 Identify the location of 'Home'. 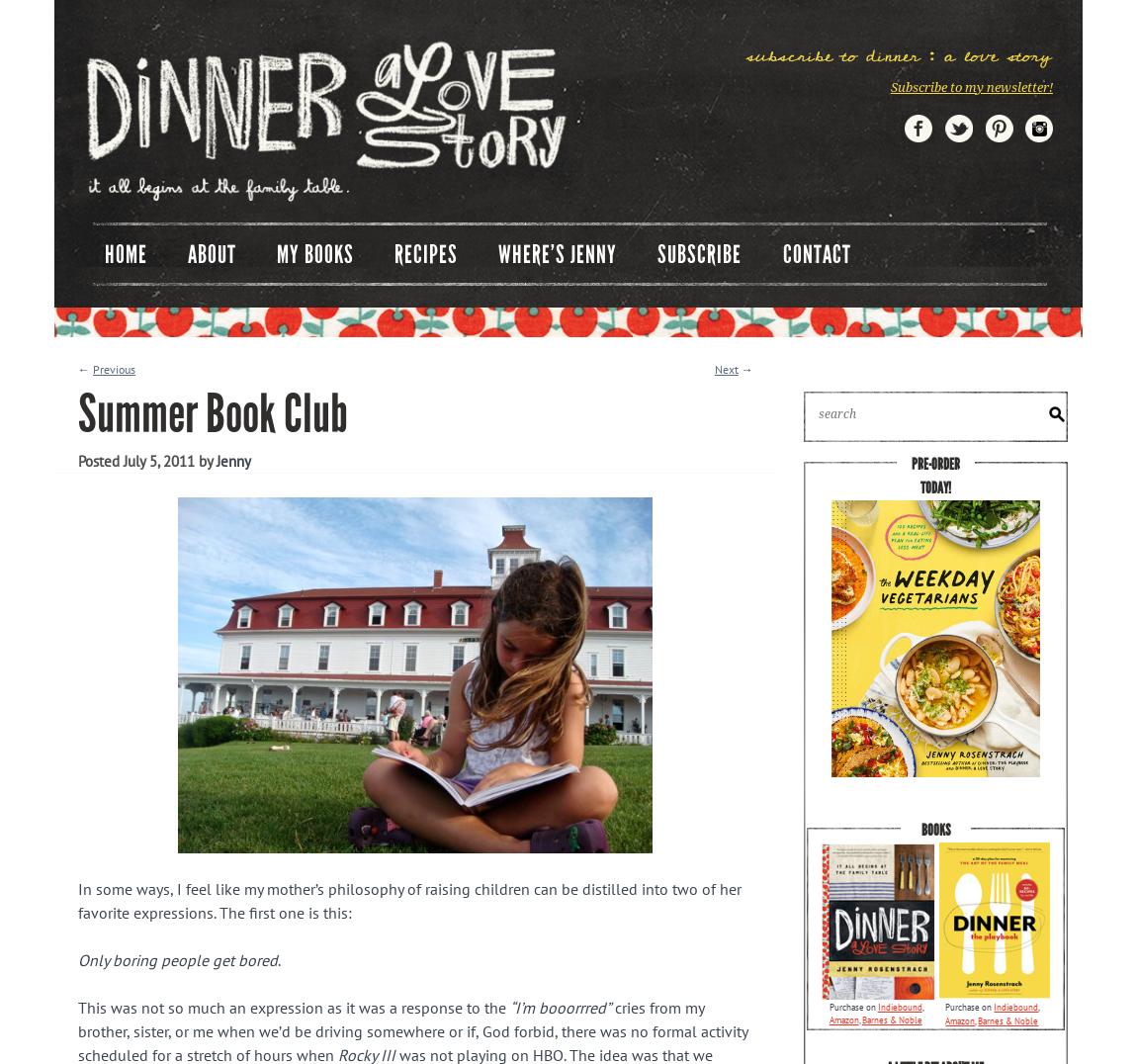
(124, 253).